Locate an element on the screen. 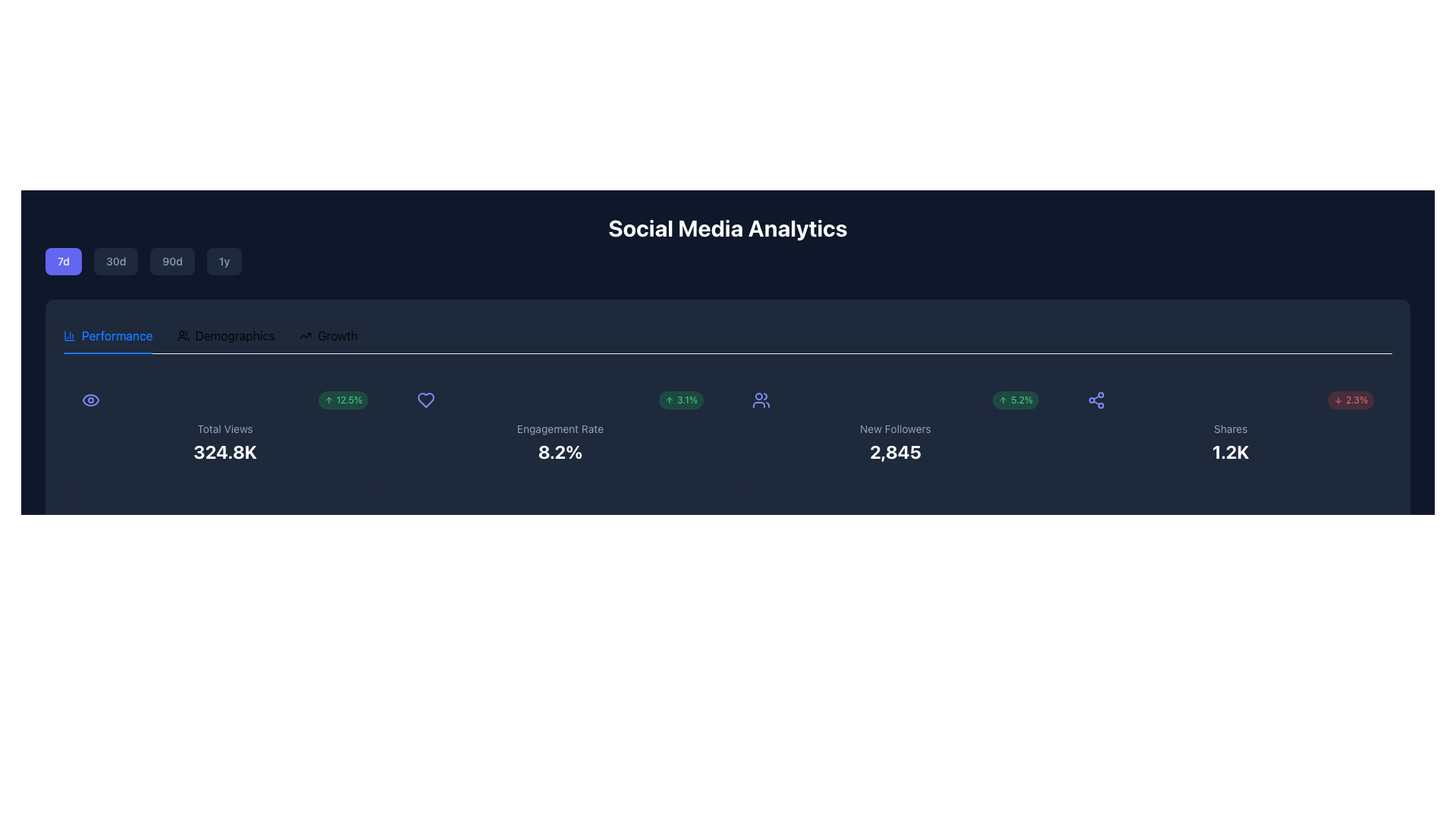  the user-related data icon located in the statistics panel, positioned between the 'Engagement Rate' and 'New Followers' sections is located at coordinates (761, 400).